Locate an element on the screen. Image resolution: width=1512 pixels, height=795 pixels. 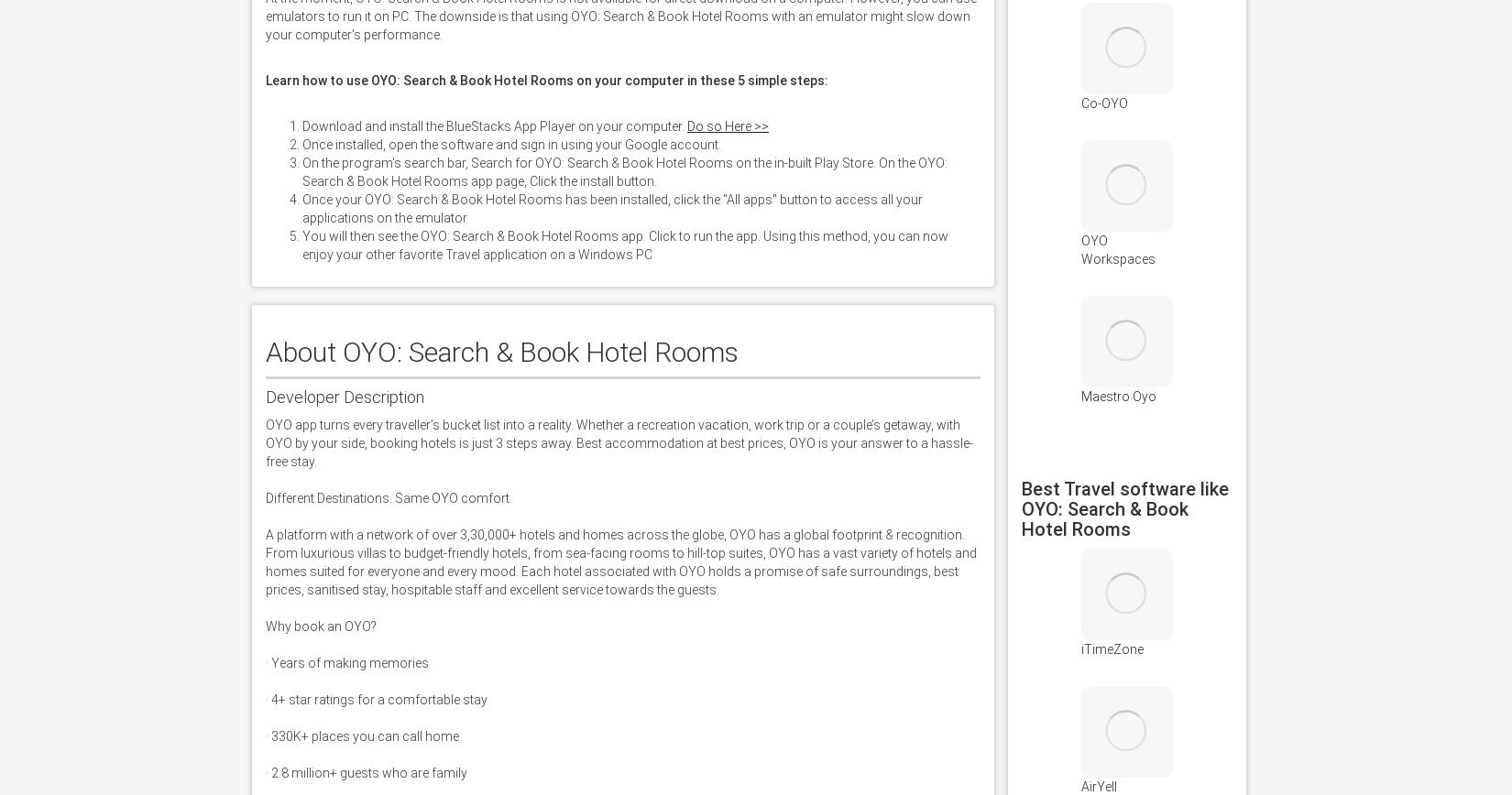
'On the program's search bar, Search for OYO: Search & Book Hotel Rooms on the in-built Play Store. On the OYO: Search & Book Hotel Rooms app page, Click the install button.' is located at coordinates (623, 172).